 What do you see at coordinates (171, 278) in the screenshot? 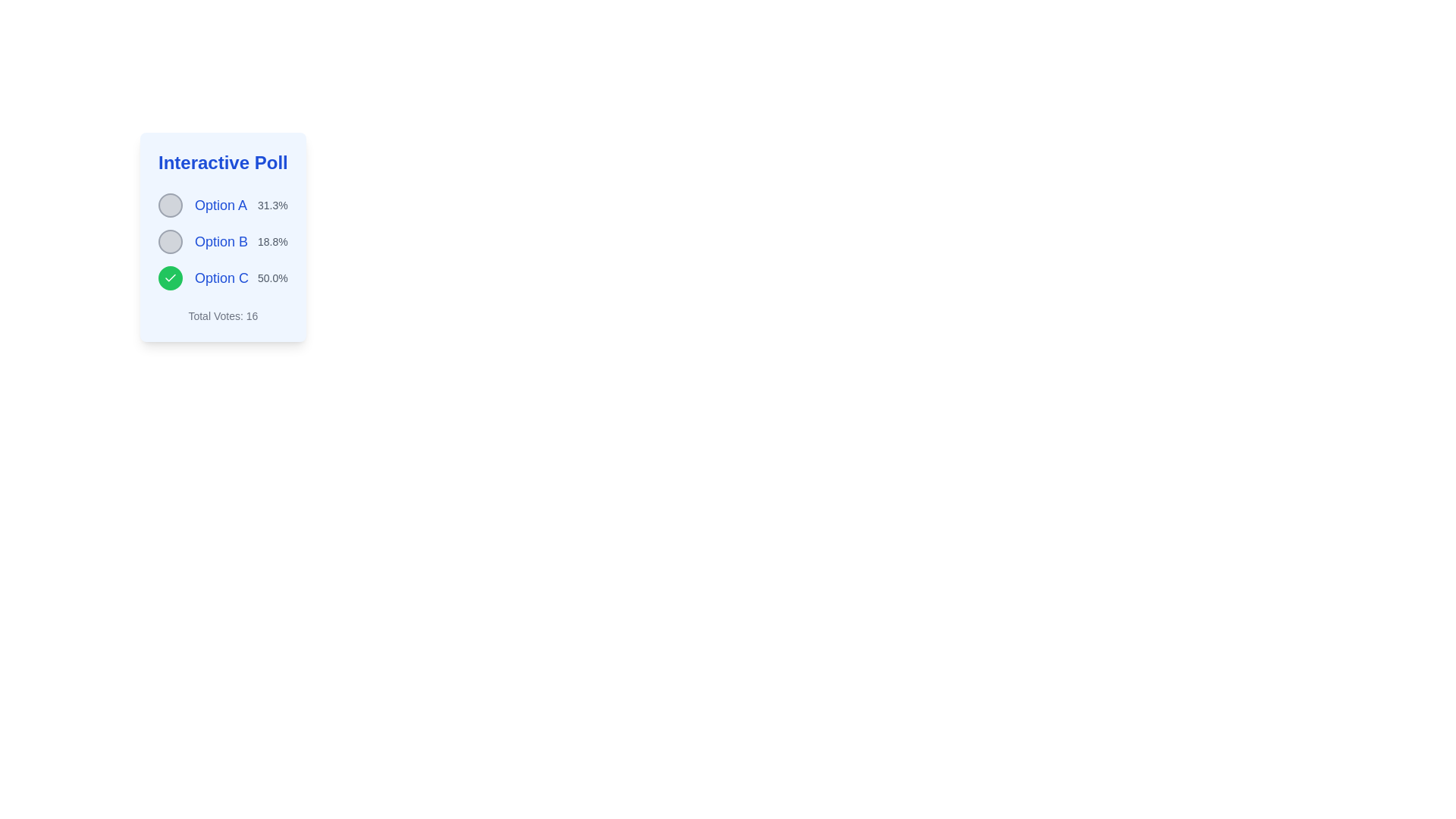
I see `the green checkmark icon next to 'Option C' in the 'Interactive Poll'` at bounding box center [171, 278].